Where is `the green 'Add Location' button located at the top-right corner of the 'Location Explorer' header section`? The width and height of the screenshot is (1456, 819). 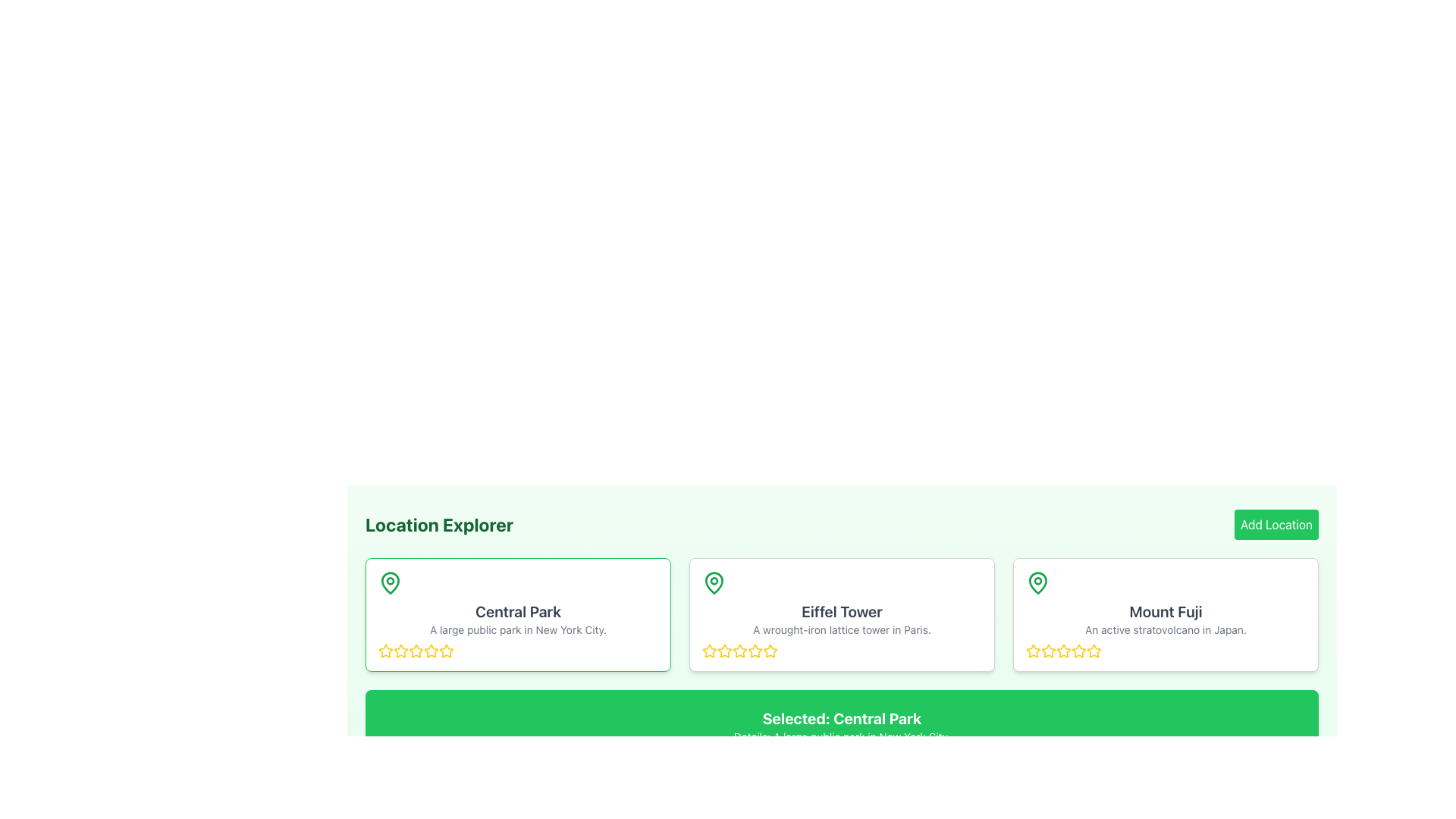 the green 'Add Location' button located at the top-right corner of the 'Location Explorer' header section is located at coordinates (1276, 523).